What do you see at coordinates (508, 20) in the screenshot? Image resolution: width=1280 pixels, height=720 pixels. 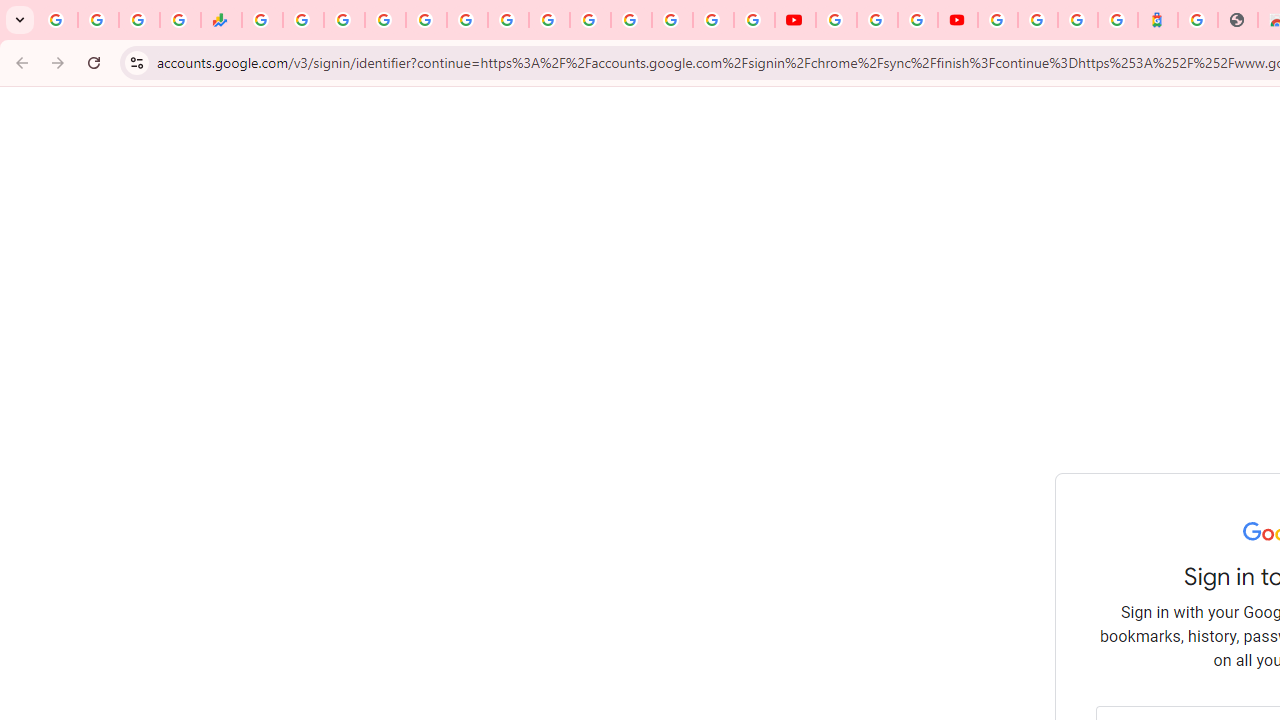 I see `'Android TV Policies and Guidelines - Transparency Center'` at bounding box center [508, 20].